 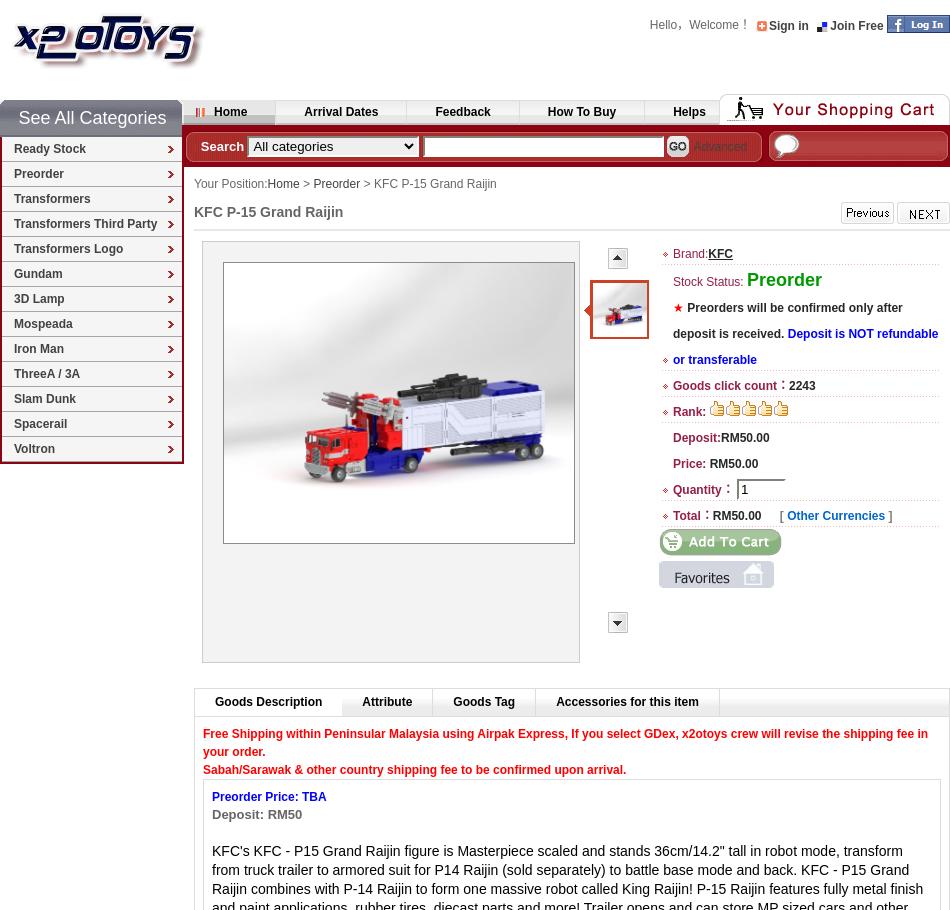 What do you see at coordinates (206, 733) in the screenshot?
I see `'F'` at bounding box center [206, 733].